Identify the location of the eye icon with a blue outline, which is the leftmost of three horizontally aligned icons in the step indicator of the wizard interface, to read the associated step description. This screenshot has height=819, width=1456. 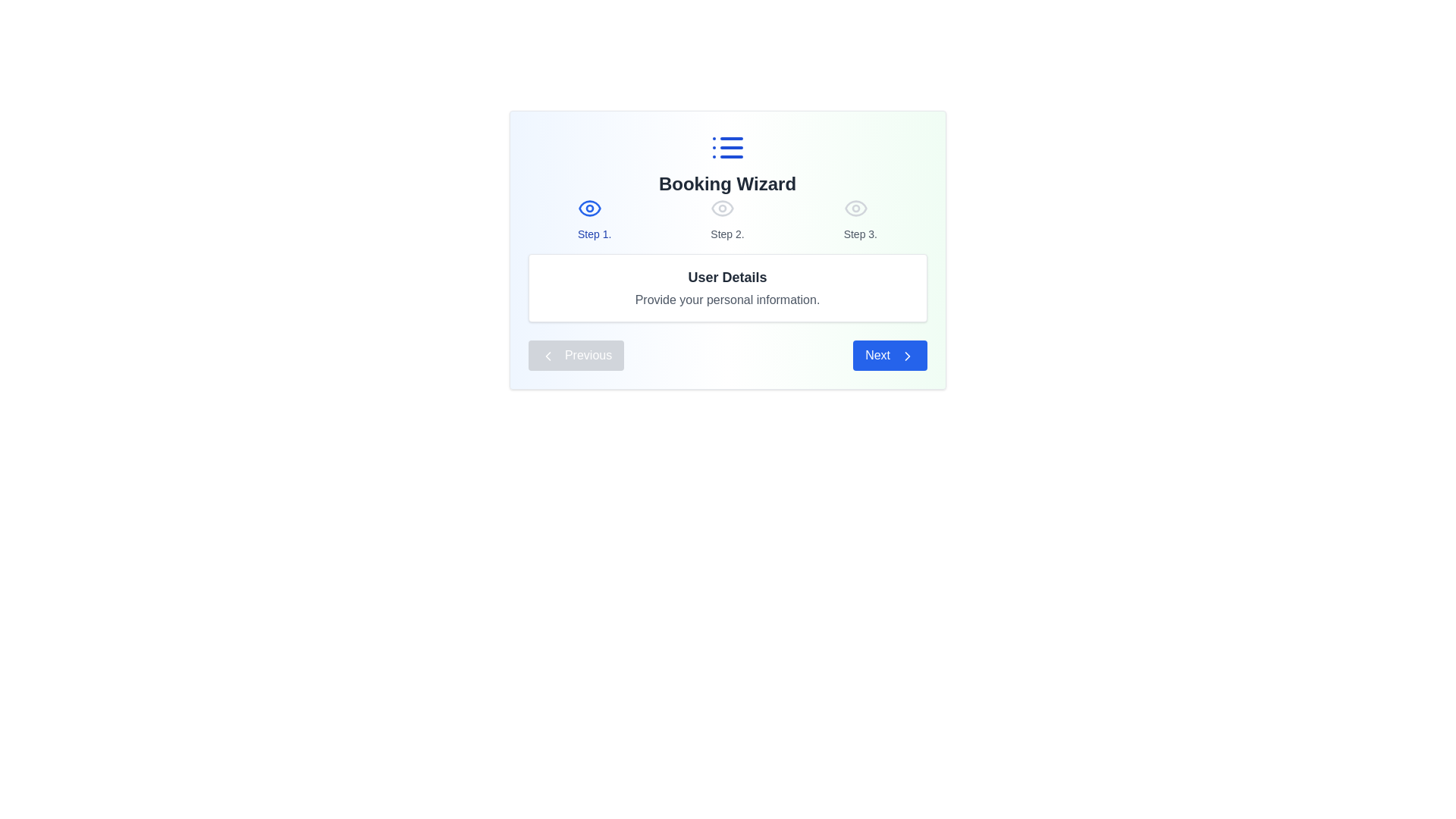
(588, 208).